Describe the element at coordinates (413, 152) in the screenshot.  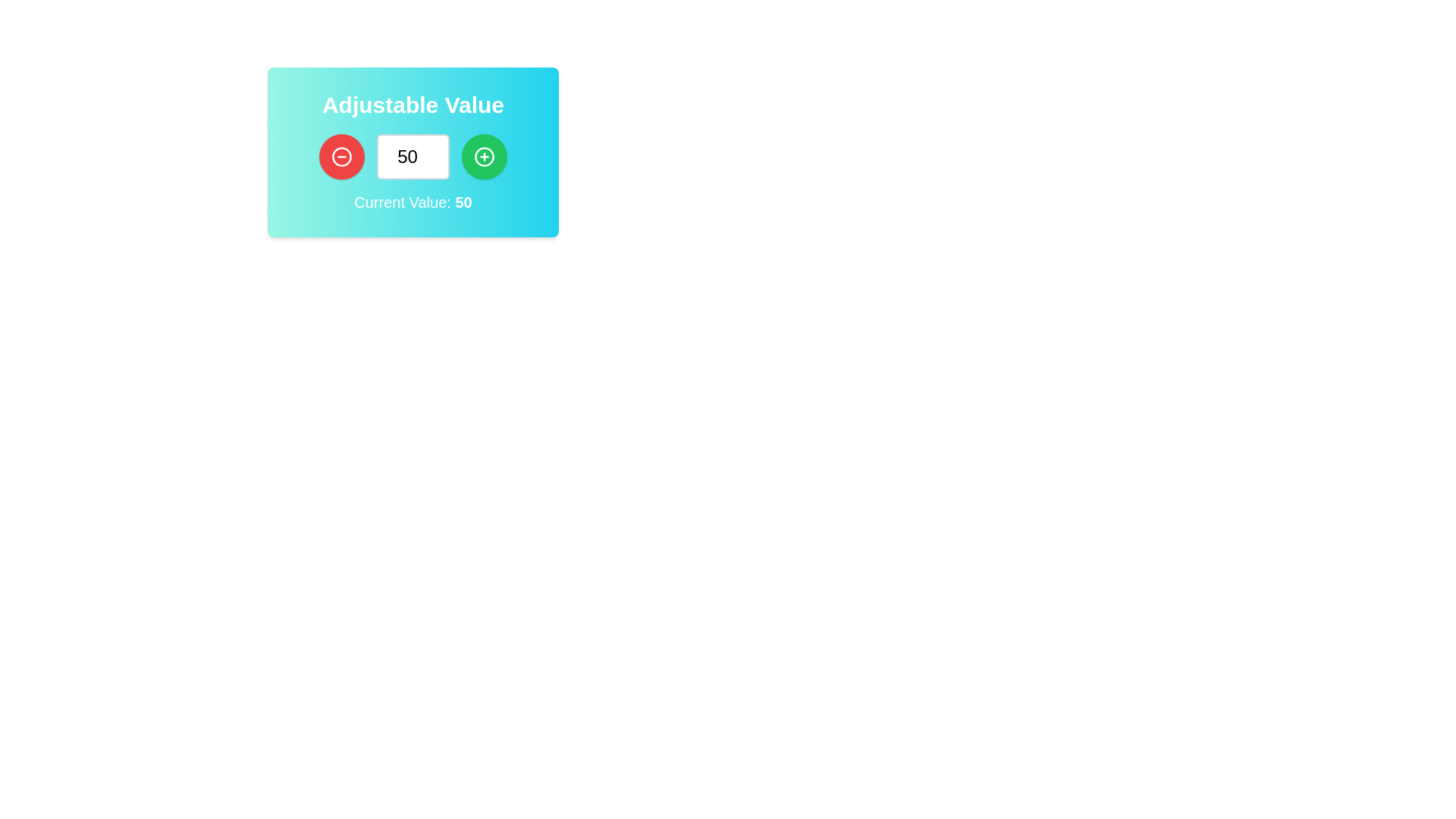
I see `the mouse` at that location.